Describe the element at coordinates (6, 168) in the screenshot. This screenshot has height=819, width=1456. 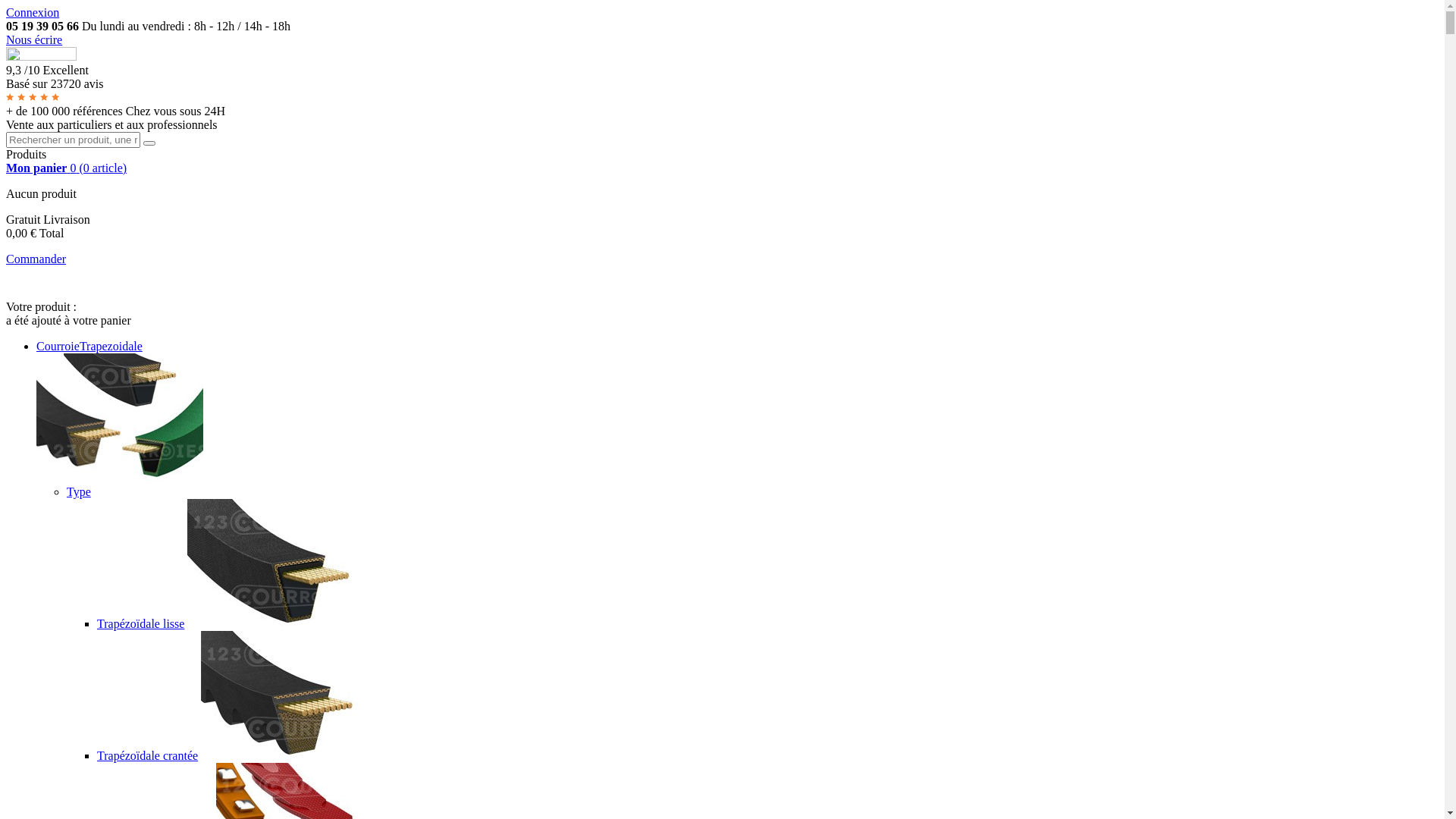
I see `'Mon panier 0 (0 article)'` at that location.